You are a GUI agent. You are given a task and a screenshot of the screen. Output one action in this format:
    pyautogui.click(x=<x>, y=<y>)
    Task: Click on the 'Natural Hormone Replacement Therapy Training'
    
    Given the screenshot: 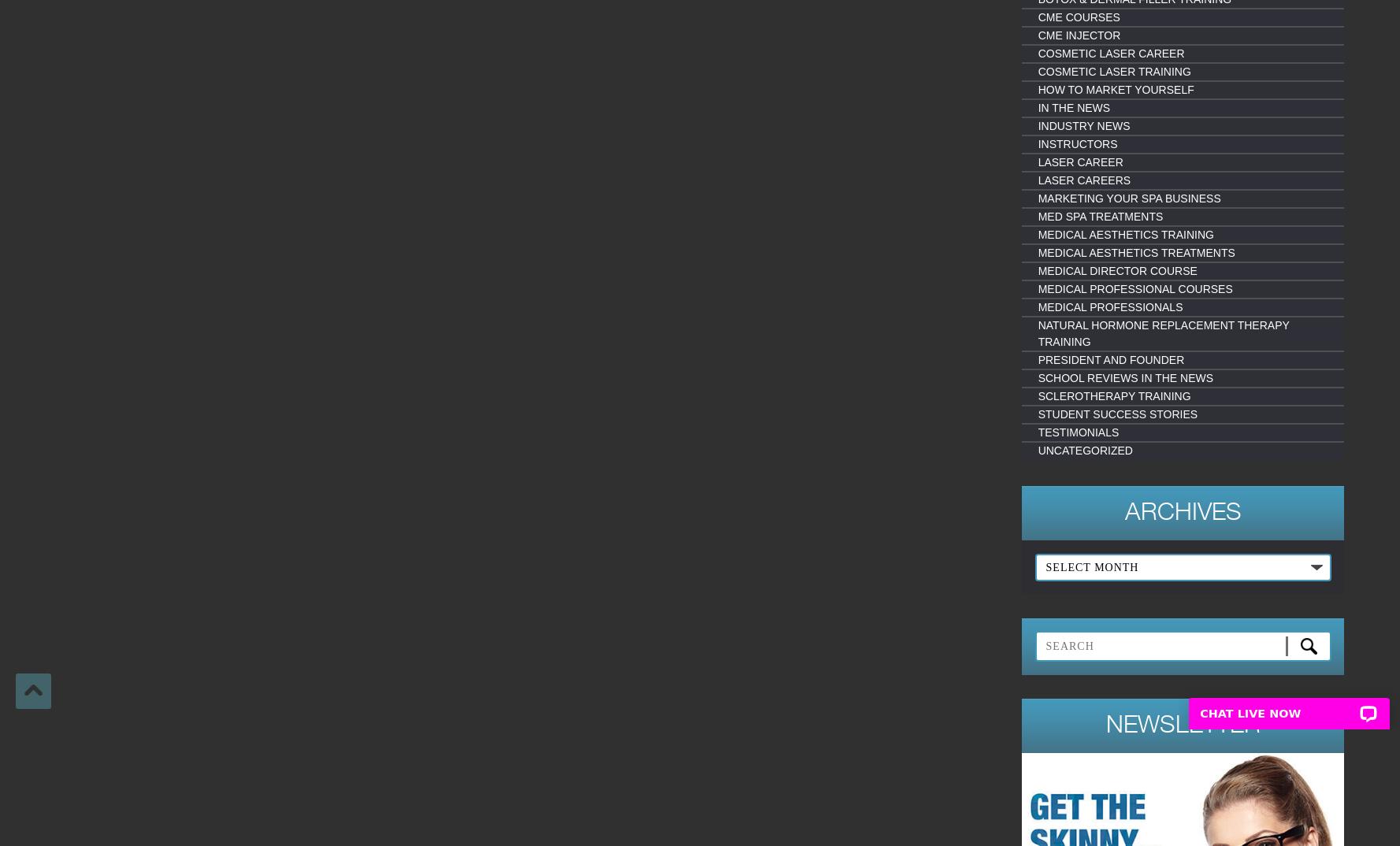 What is the action you would take?
    pyautogui.click(x=1163, y=333)
    